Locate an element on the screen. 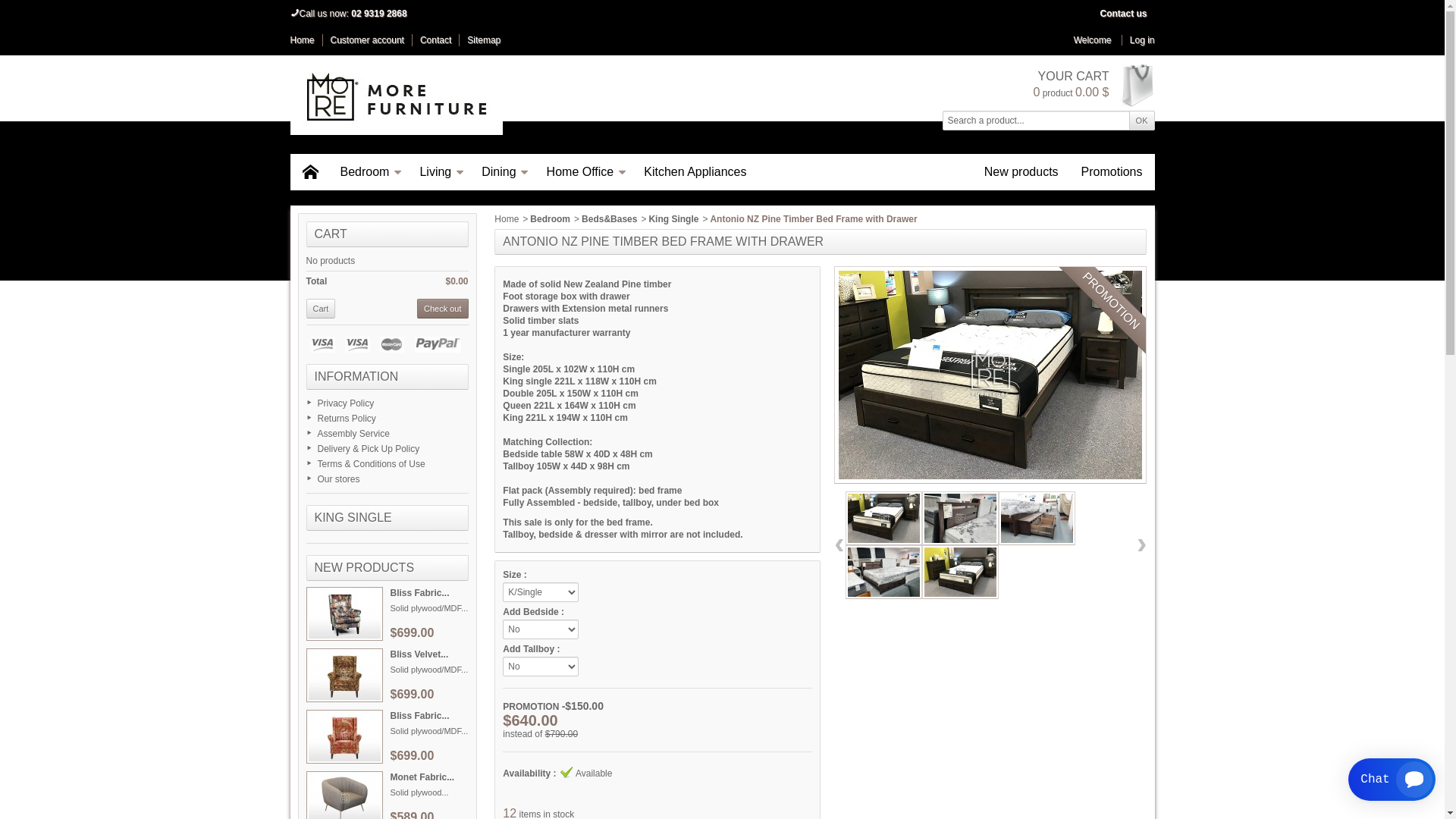 The image size is (1456, 819). 'Smartsupp widget button' is located at coordinates (1392, 780).